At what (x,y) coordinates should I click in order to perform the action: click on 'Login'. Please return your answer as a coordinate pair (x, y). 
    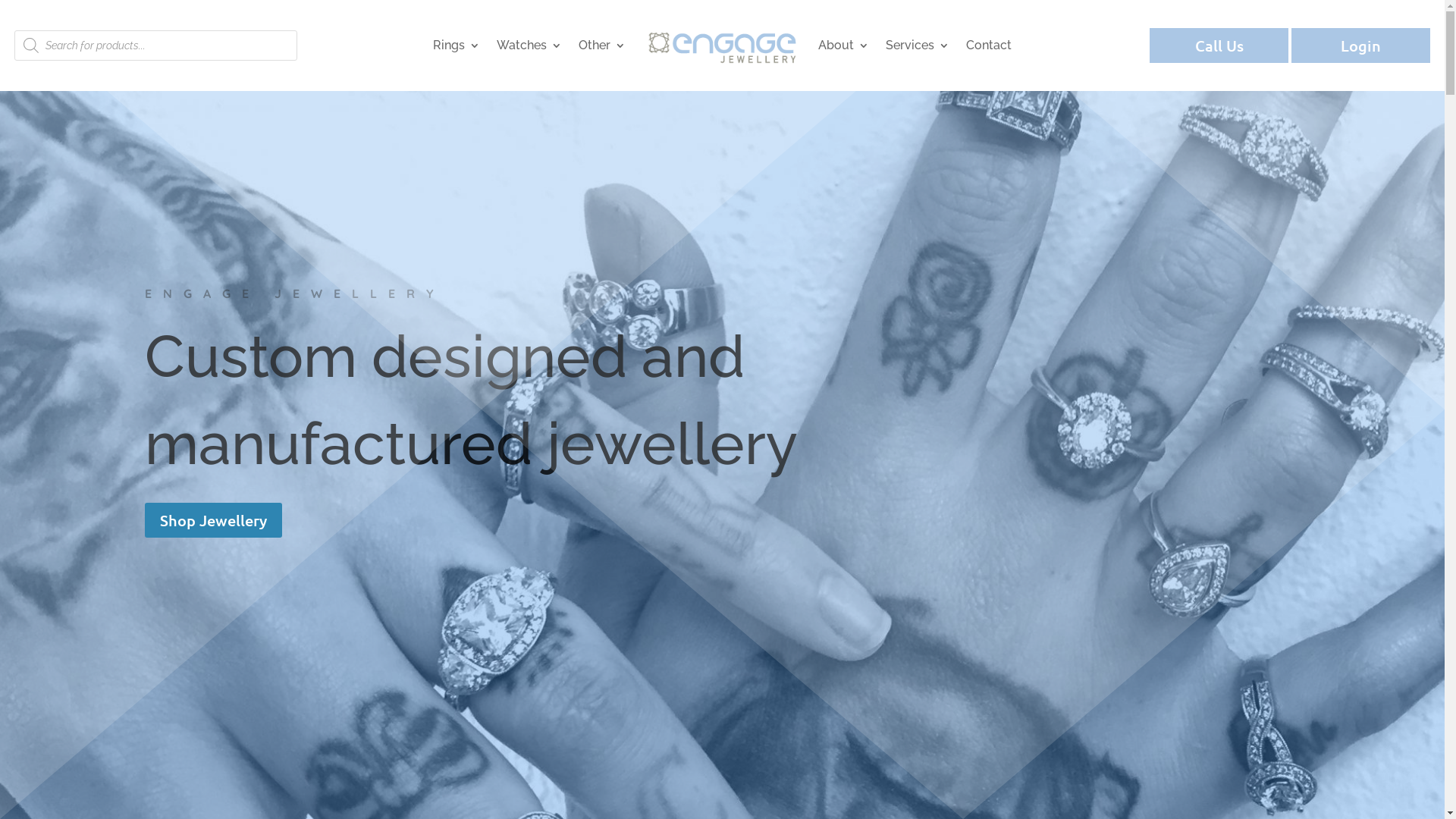
    Looking at the image, I should click on (1291, 45).